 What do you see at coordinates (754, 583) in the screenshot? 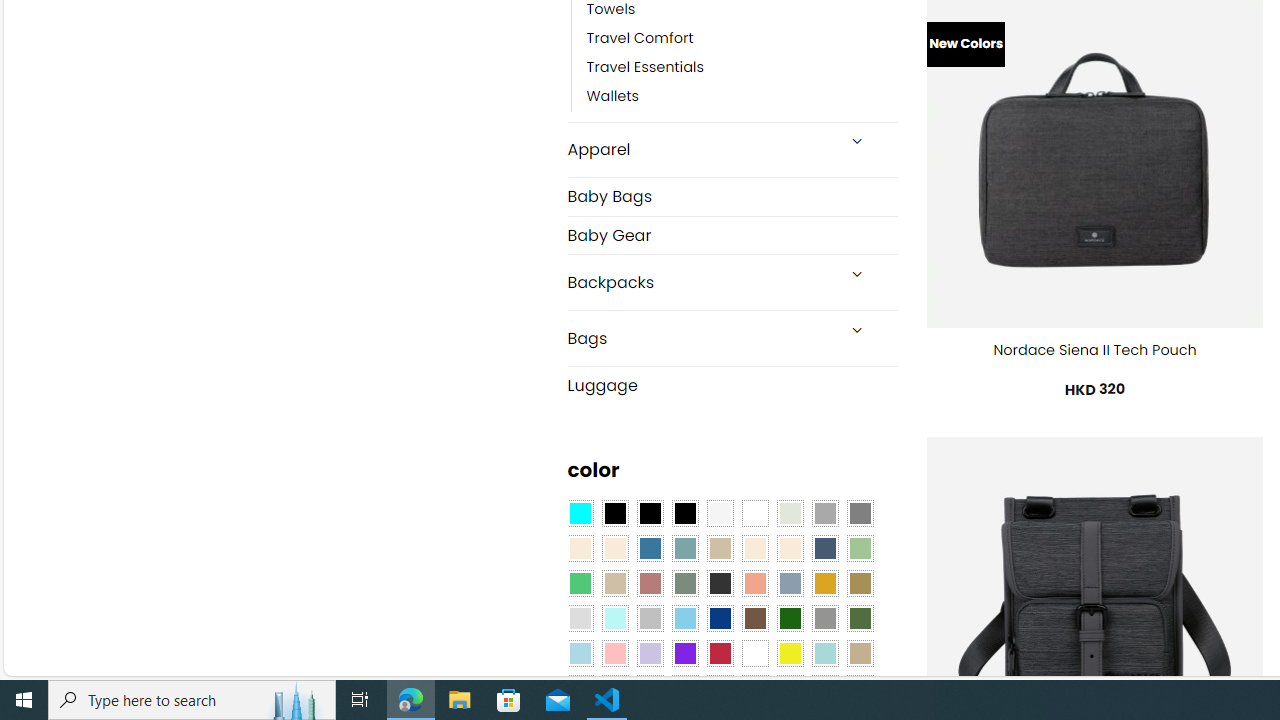
I see `'Coral'` at bounding box center [754, 583].